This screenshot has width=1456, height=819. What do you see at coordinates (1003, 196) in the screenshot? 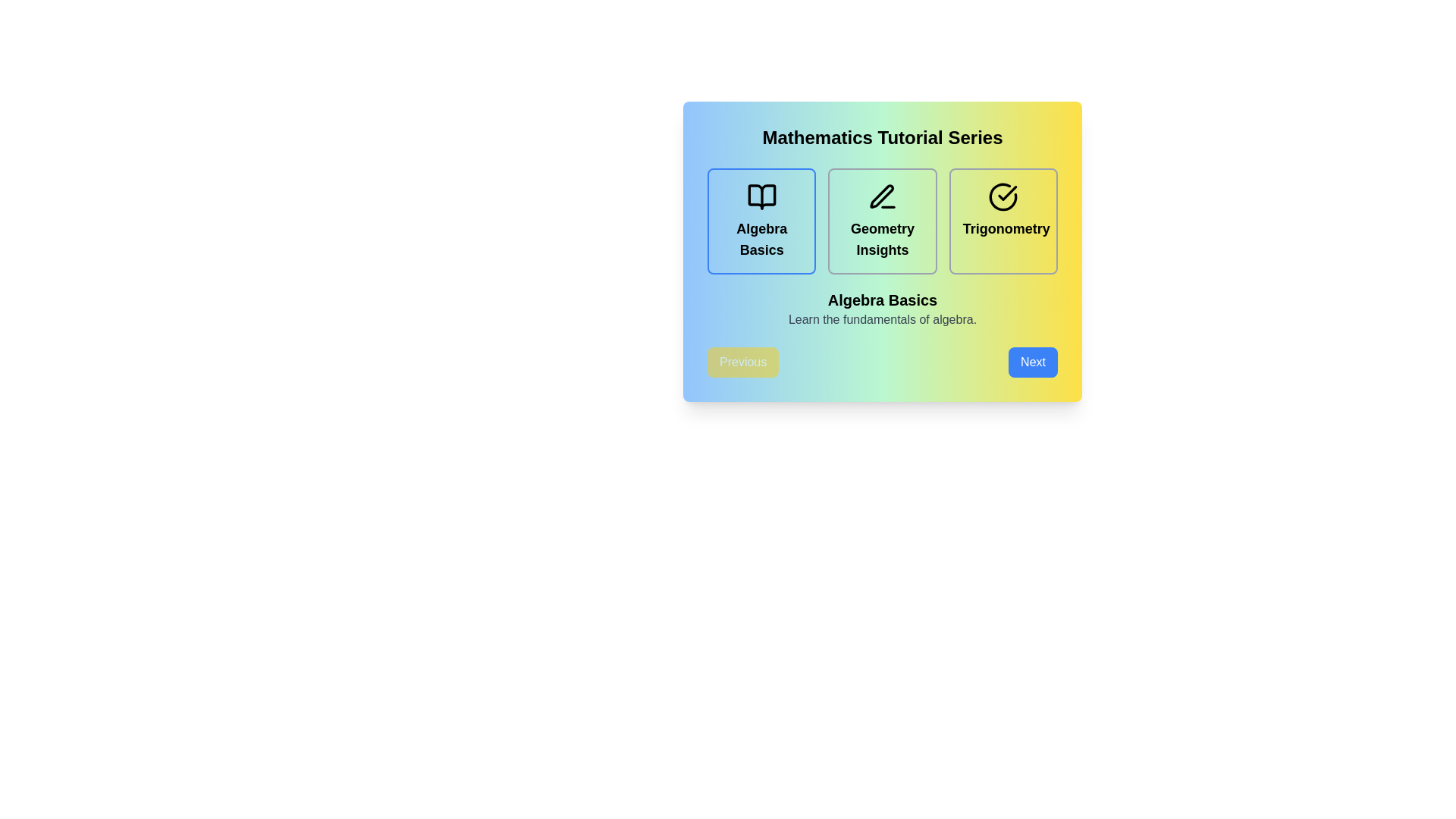
I see `the icon associated with the lesson titled Trigonometry` at bounding box center [1003, 196].